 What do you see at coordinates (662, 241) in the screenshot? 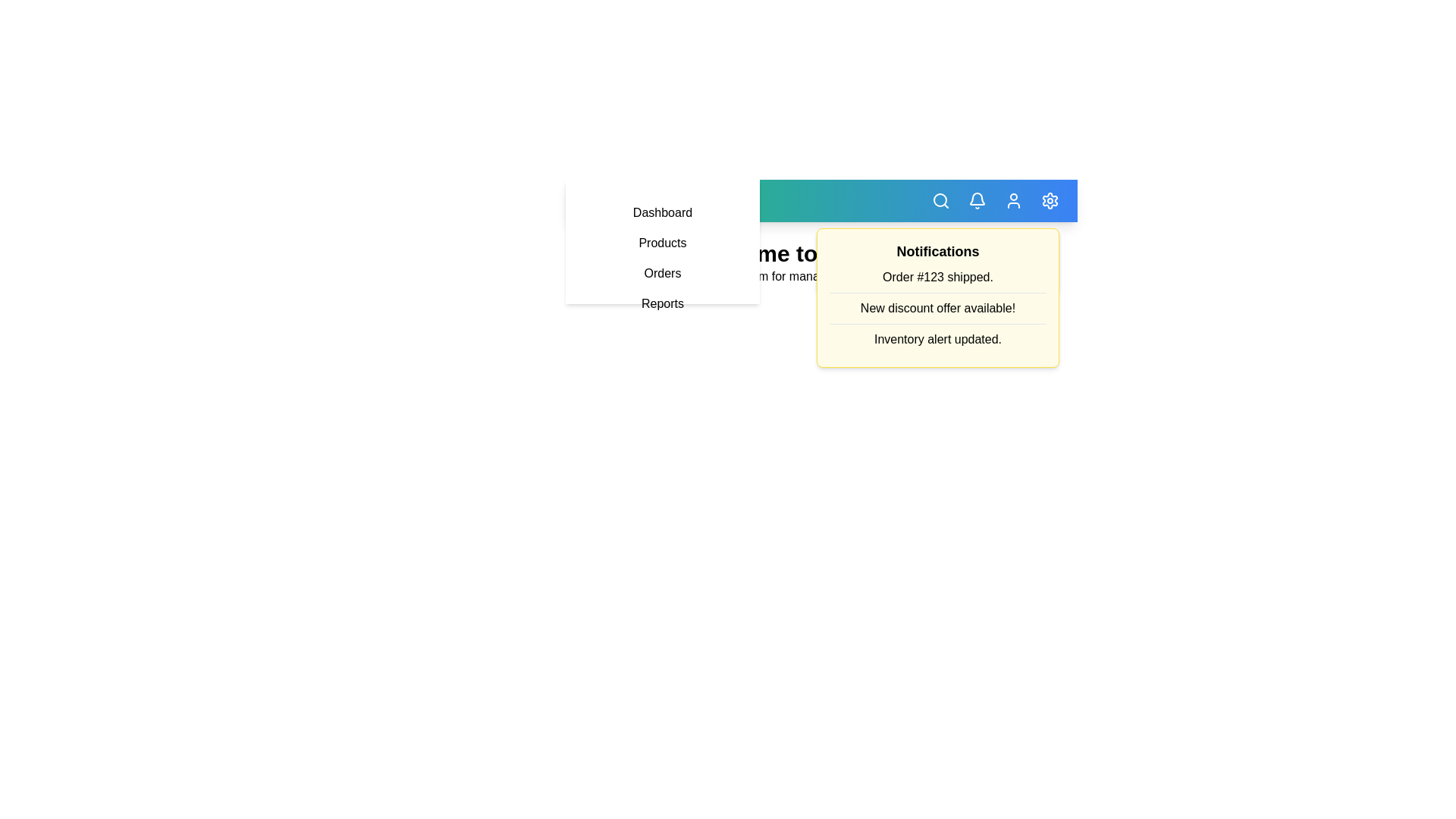
I see `the 'Products' menu item, which is the second option in the sidebar menu, located directly beneath 'Dashboard' and above 'Orders'` at bounding box center [662, 241].